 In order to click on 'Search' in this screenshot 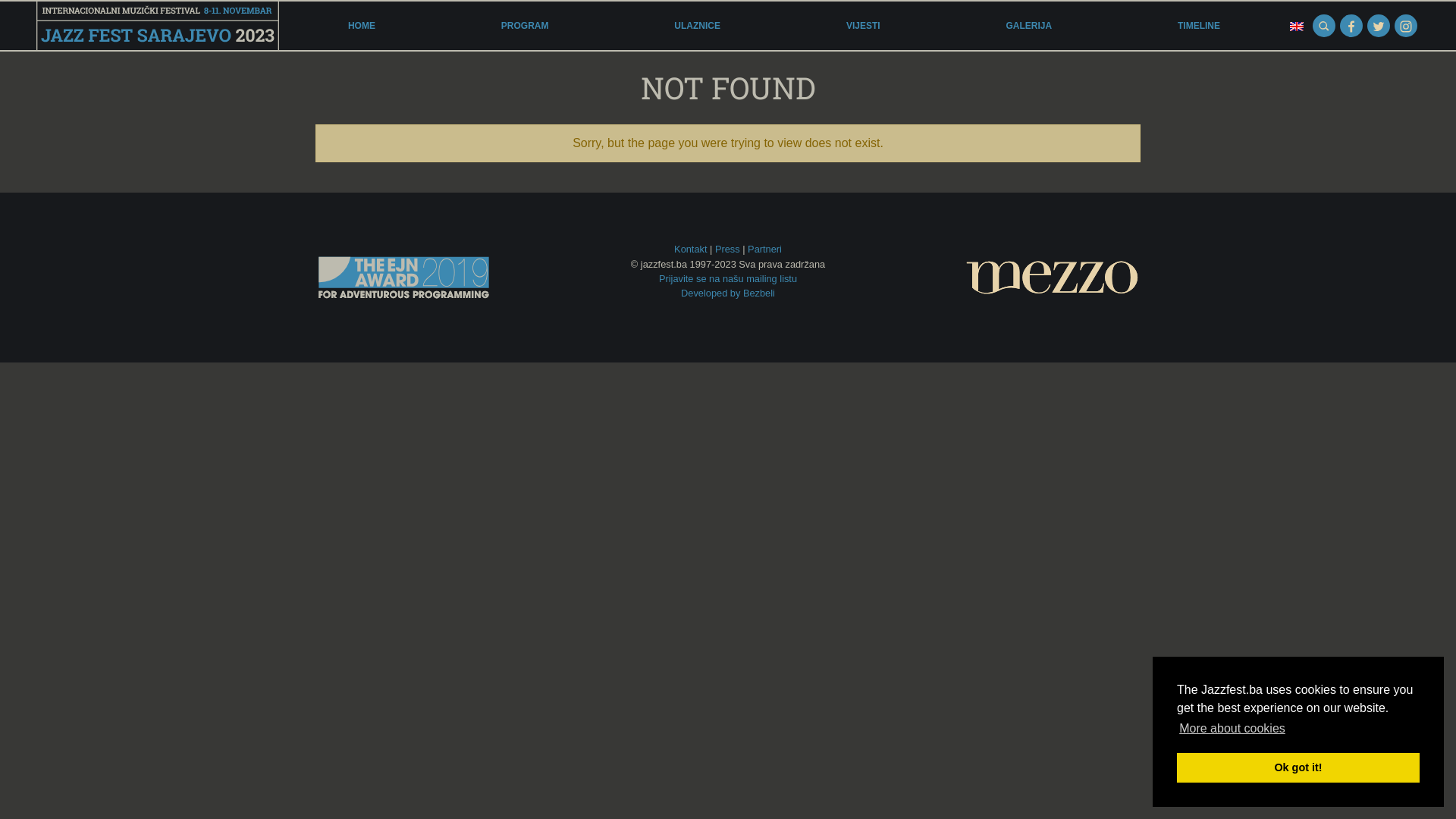, I will do `click(1323, 26)`.